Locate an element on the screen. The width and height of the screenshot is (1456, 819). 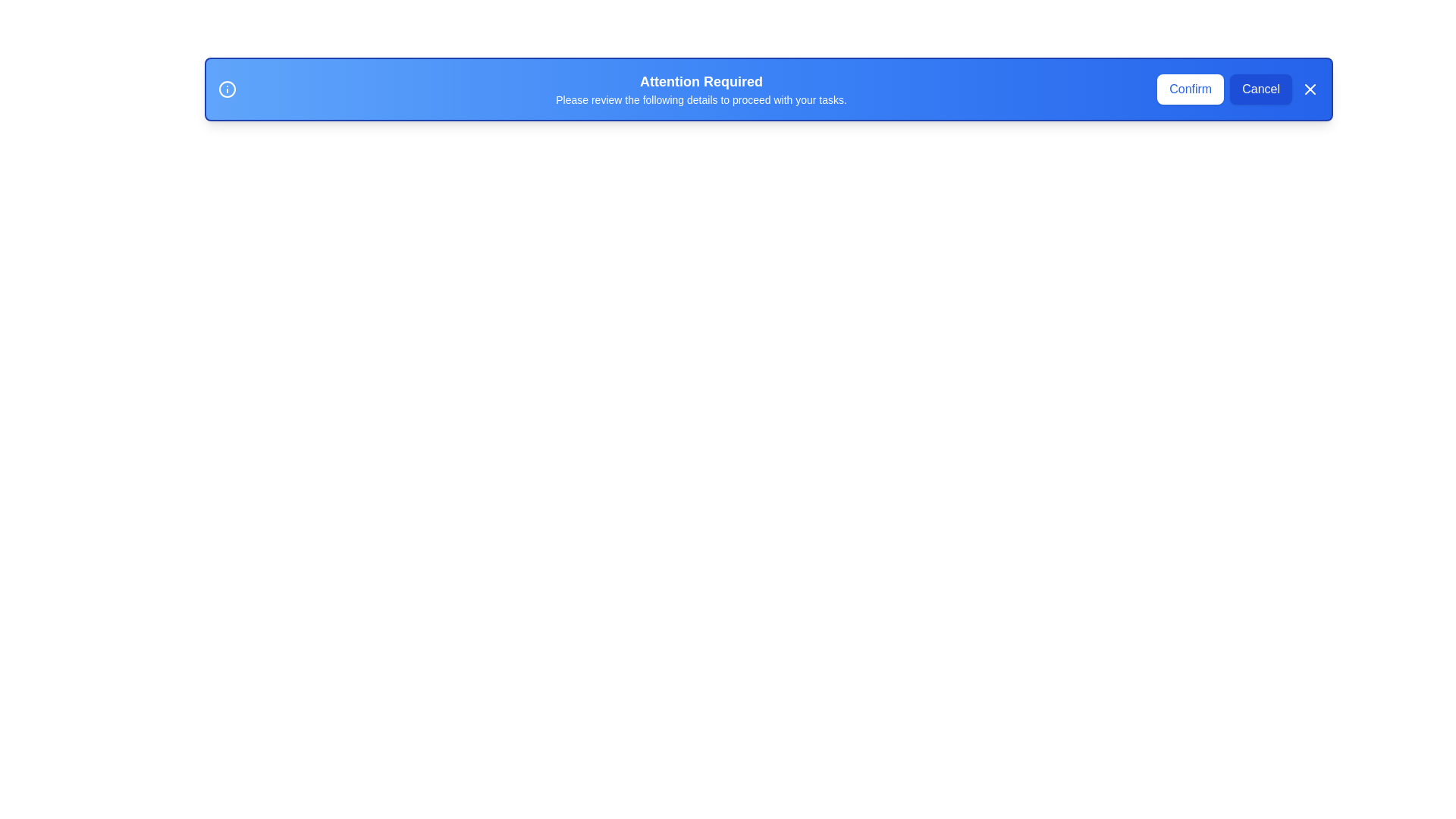
the close button to close the notification bar is located at coordinates (1310, 89).